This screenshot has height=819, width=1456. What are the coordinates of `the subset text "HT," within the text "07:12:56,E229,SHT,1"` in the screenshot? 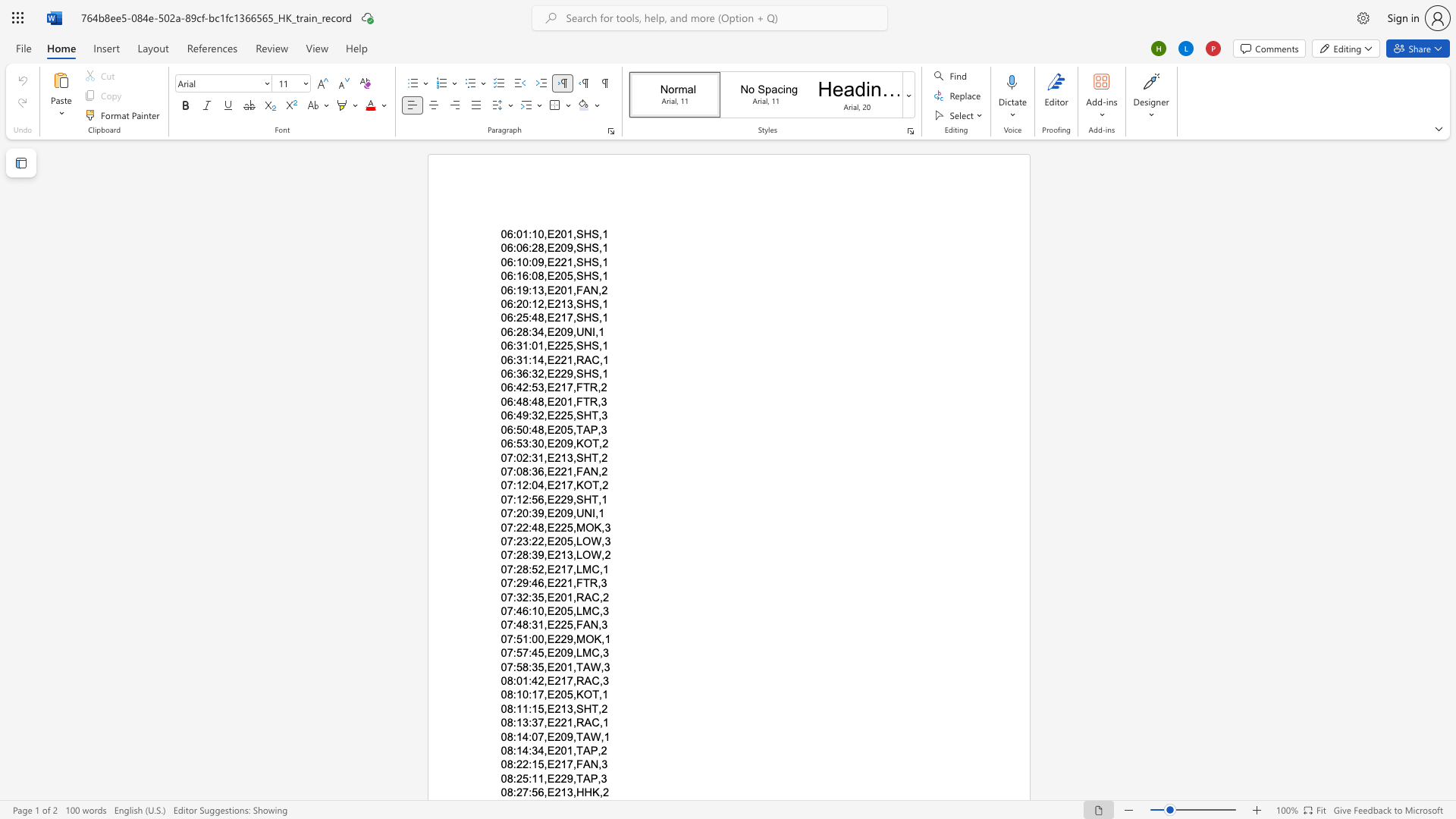 It's located at (582, 499).